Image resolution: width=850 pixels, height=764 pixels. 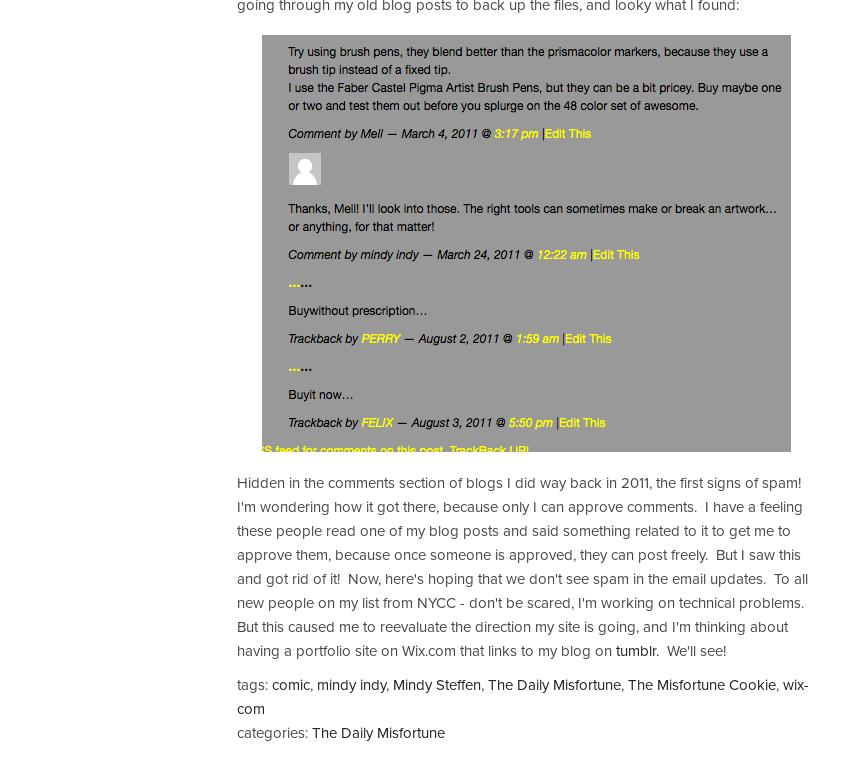 What do you see at coordinates (290, 684) in the screenshot?
I see `'comic'` at bounding box center [290, 684].